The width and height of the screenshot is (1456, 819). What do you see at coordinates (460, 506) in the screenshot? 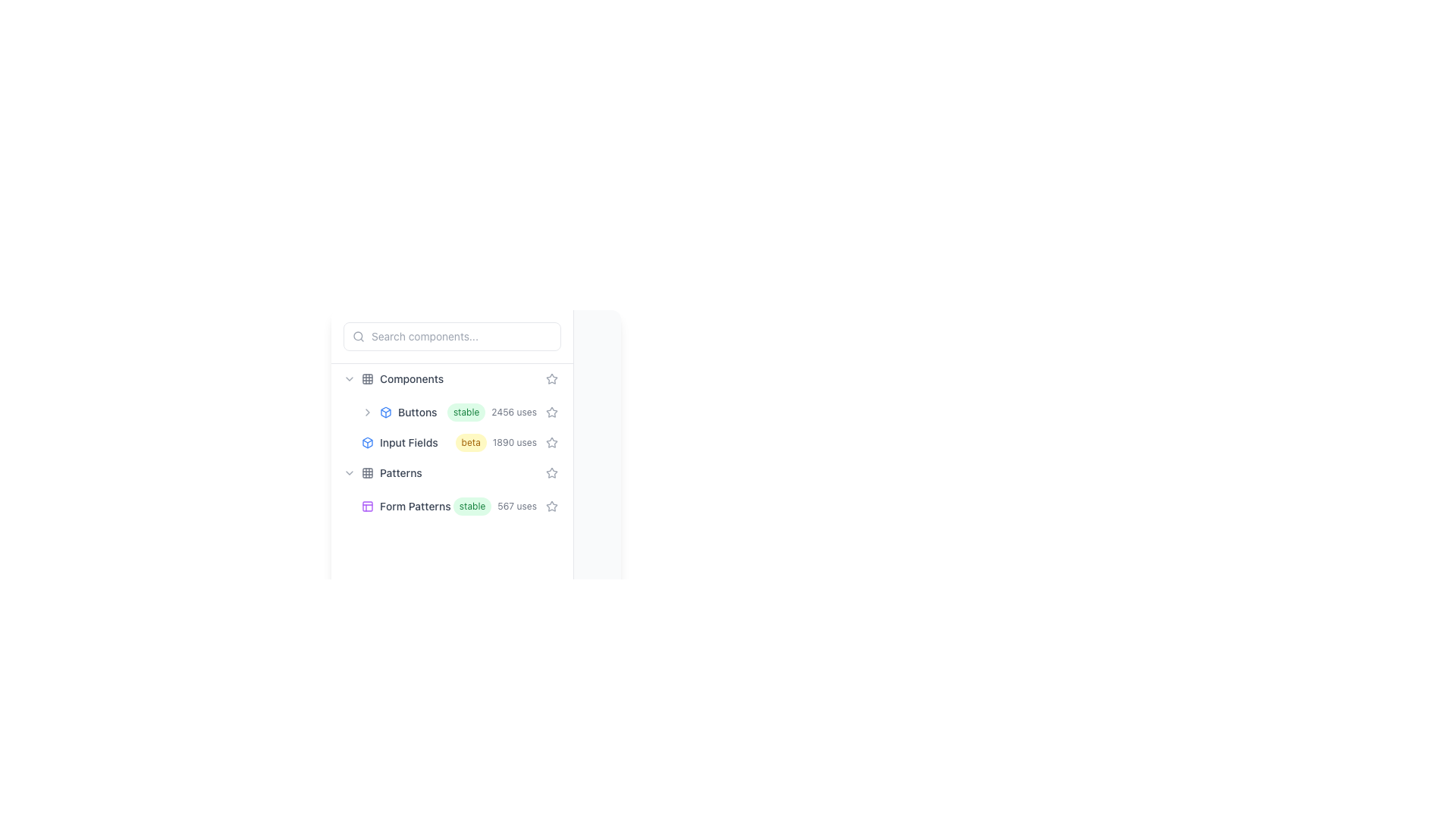
I see `the navigation list item labeled 'Form Patterns' with a green background and '567 uses' in gray text` at bounding box center [460, 506].